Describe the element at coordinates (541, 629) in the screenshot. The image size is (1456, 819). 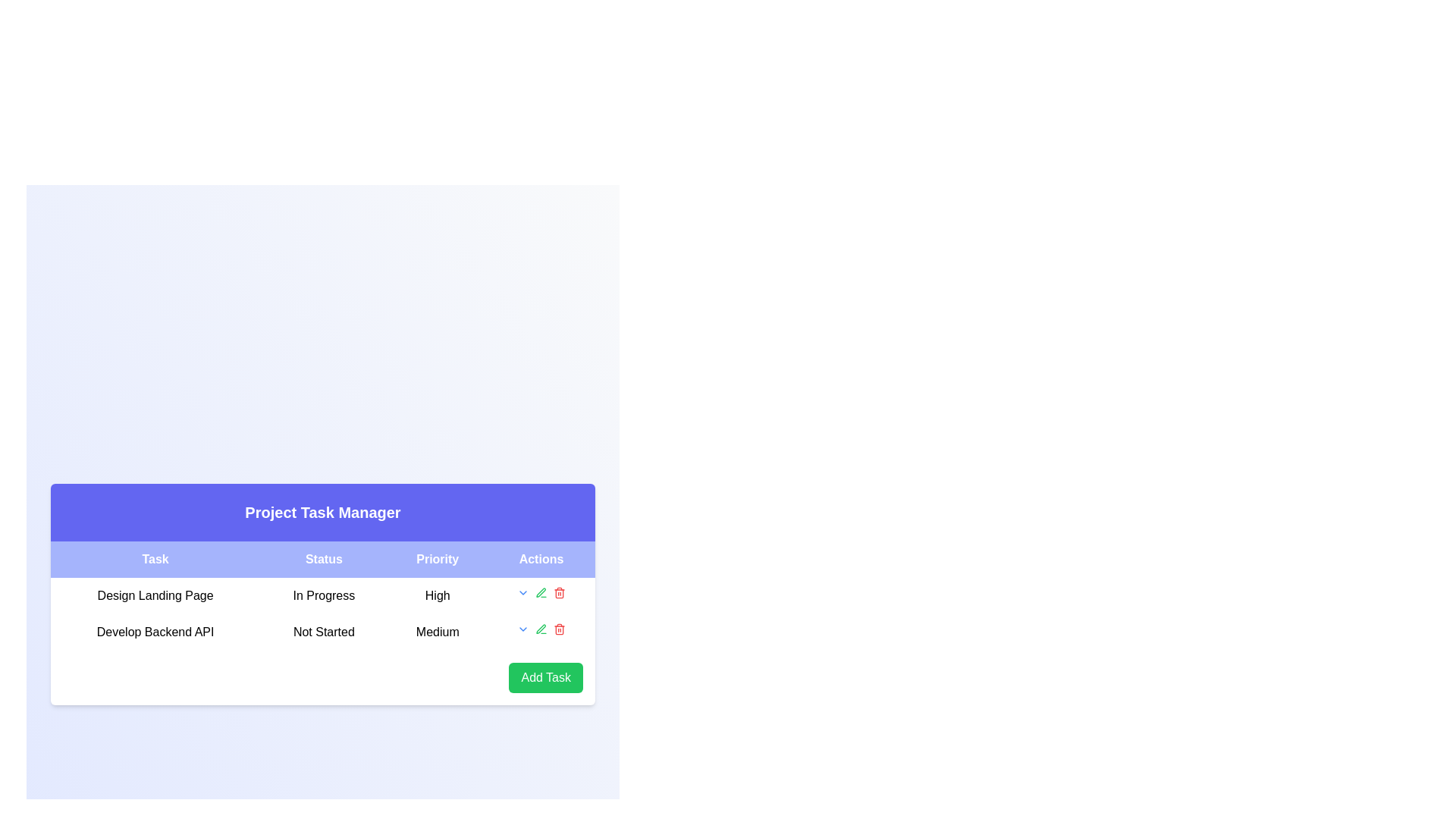
I see `the green-colored pen icon in the 'Actions' column of the first row in the 'Project Task Manager' table` at that location.